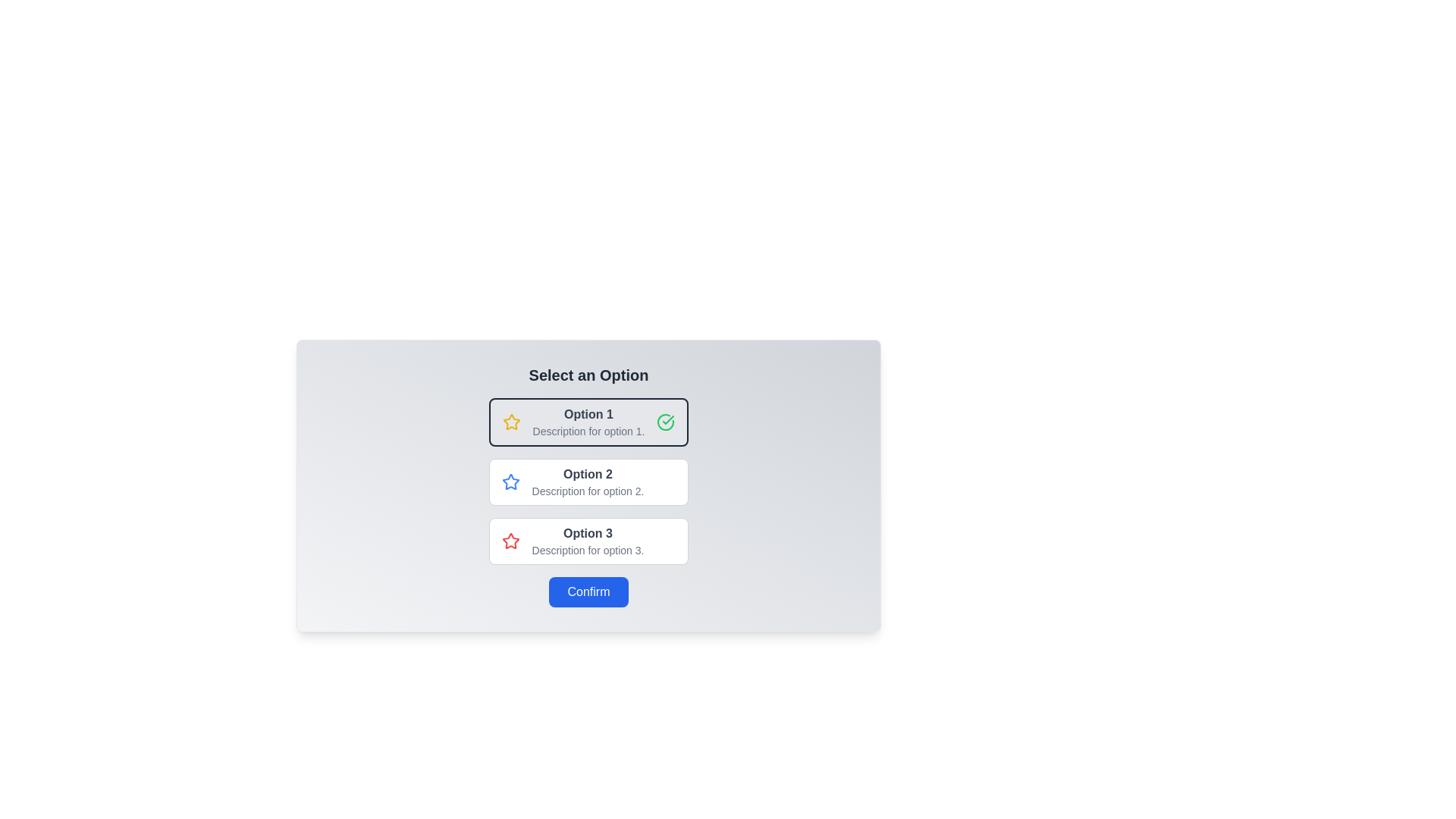 Image resolution: width=1456 pixels, height=819 pixels. Describe the element at coordinates (587, 540) in the screenshot. I see `the third list item labeled 'Option 3' with a description 'Description for option 3.'` at that location.